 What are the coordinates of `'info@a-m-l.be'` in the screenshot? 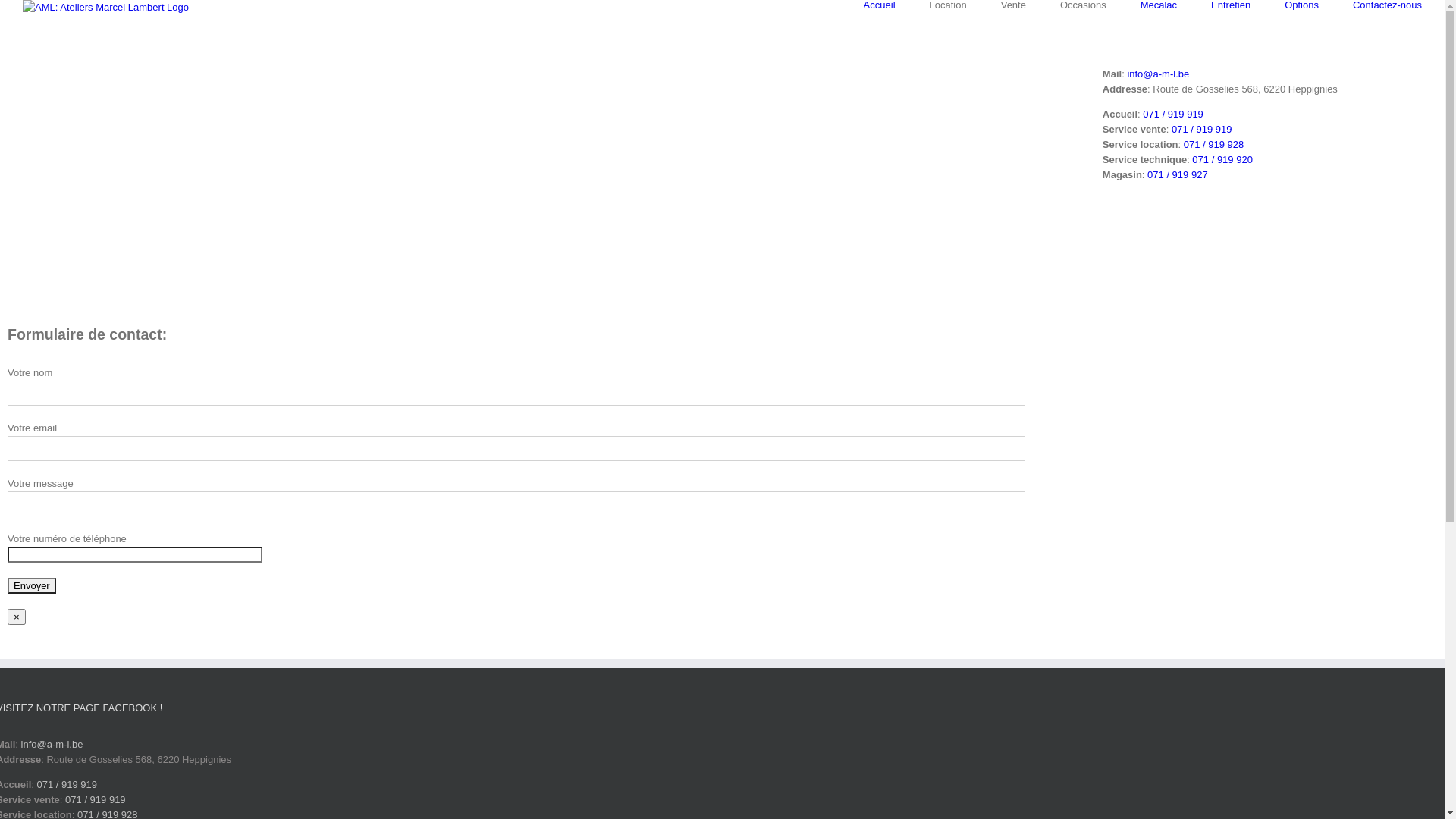 It's located at (1156, 74).